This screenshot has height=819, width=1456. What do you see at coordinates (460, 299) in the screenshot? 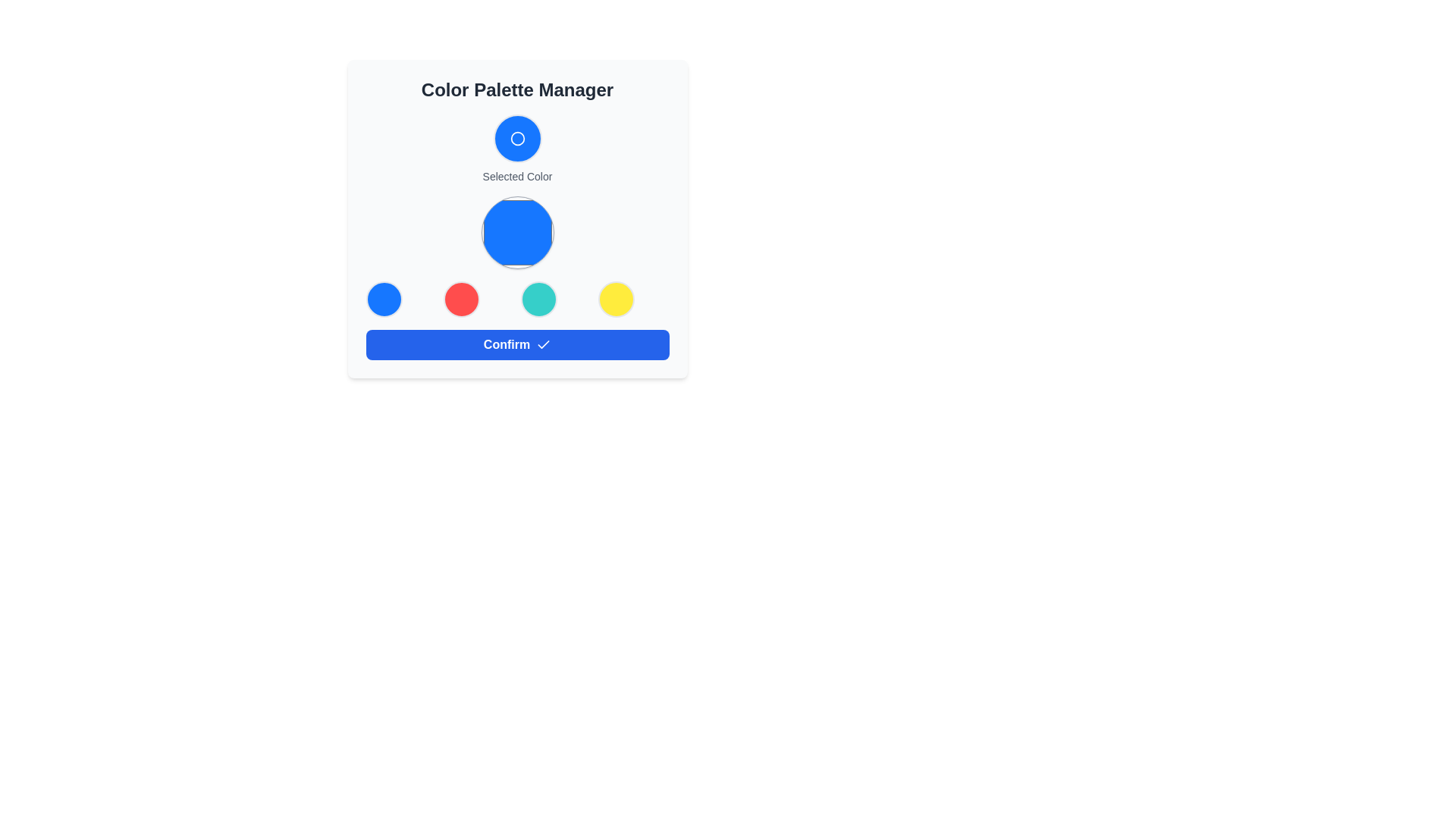
I see `the second circular color selection button` at bounding box center [460, 299].